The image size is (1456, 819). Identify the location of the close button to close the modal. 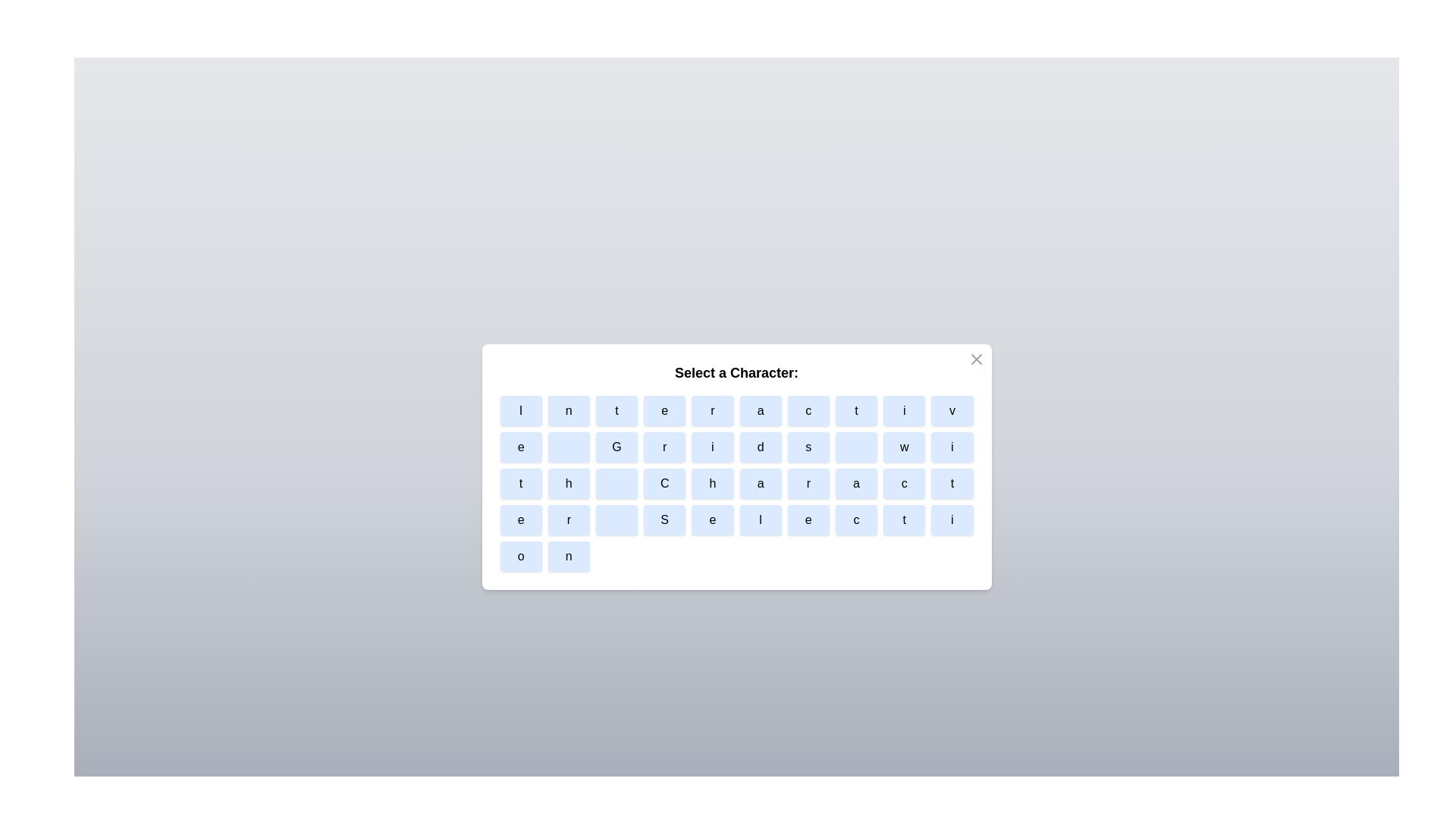
(976, 359).